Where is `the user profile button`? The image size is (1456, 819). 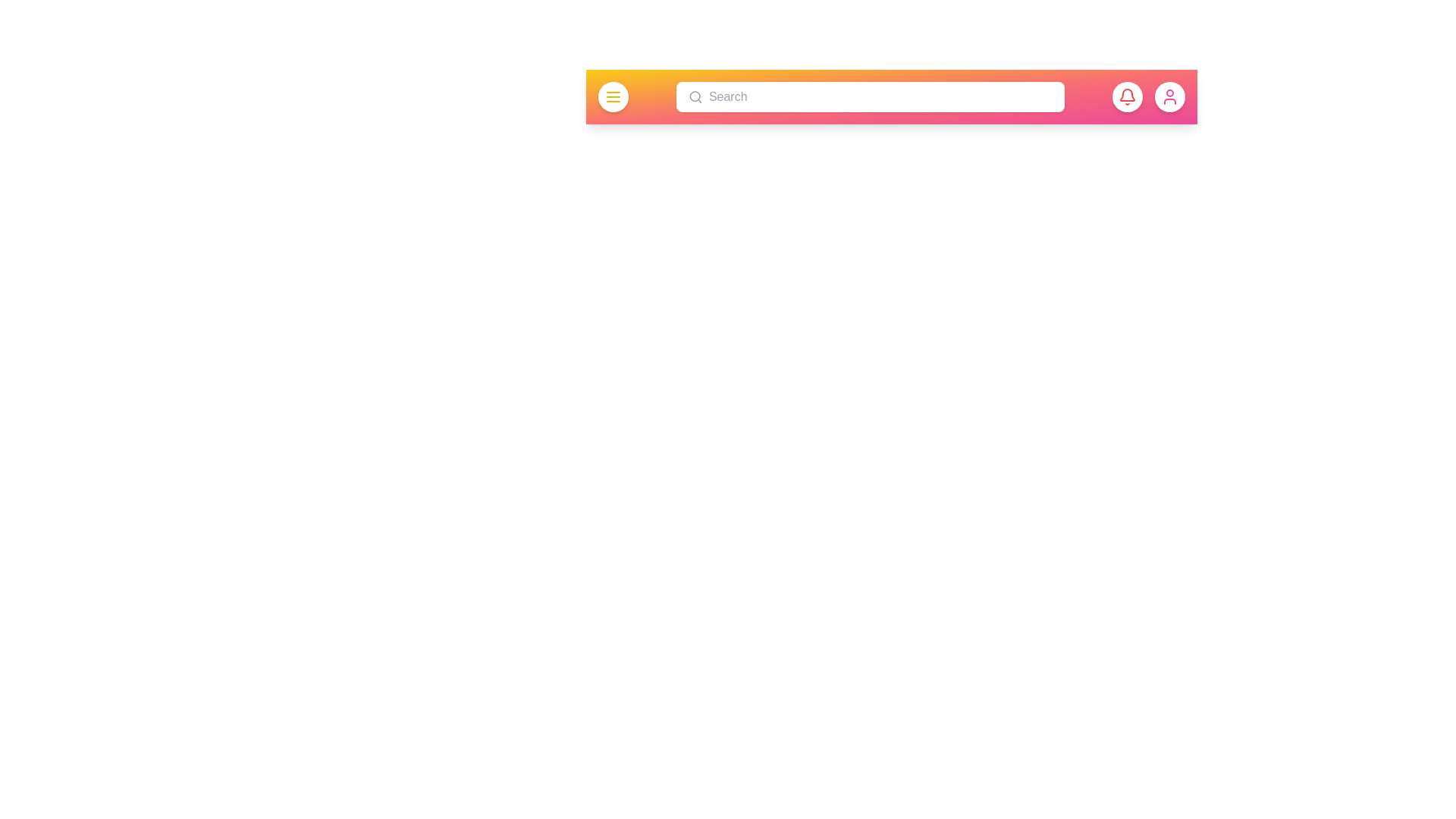 the user profile button is located at coordinates (1169, 96).